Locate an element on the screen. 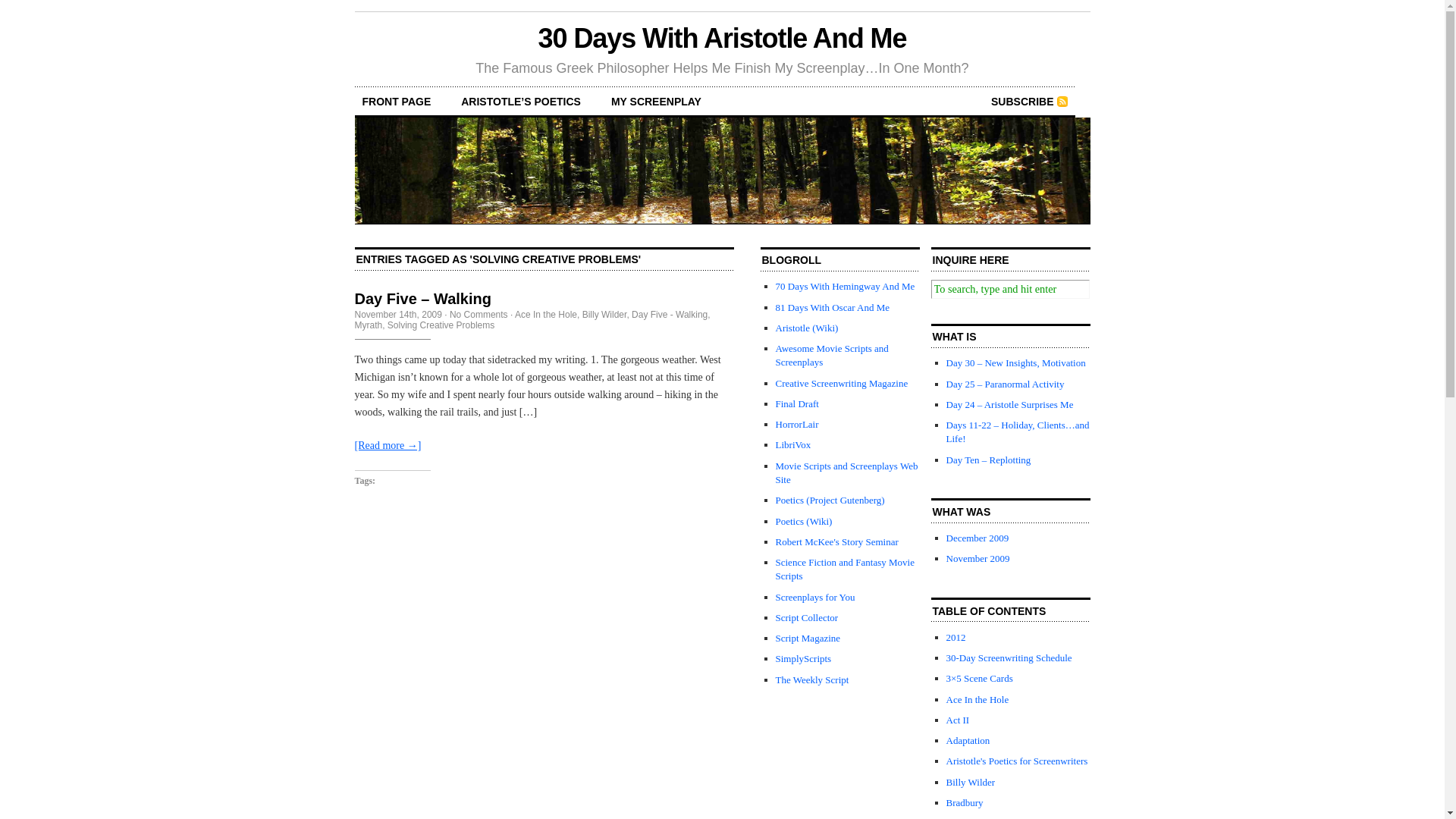  'Adaptation' is located at coordinates (946, 739).